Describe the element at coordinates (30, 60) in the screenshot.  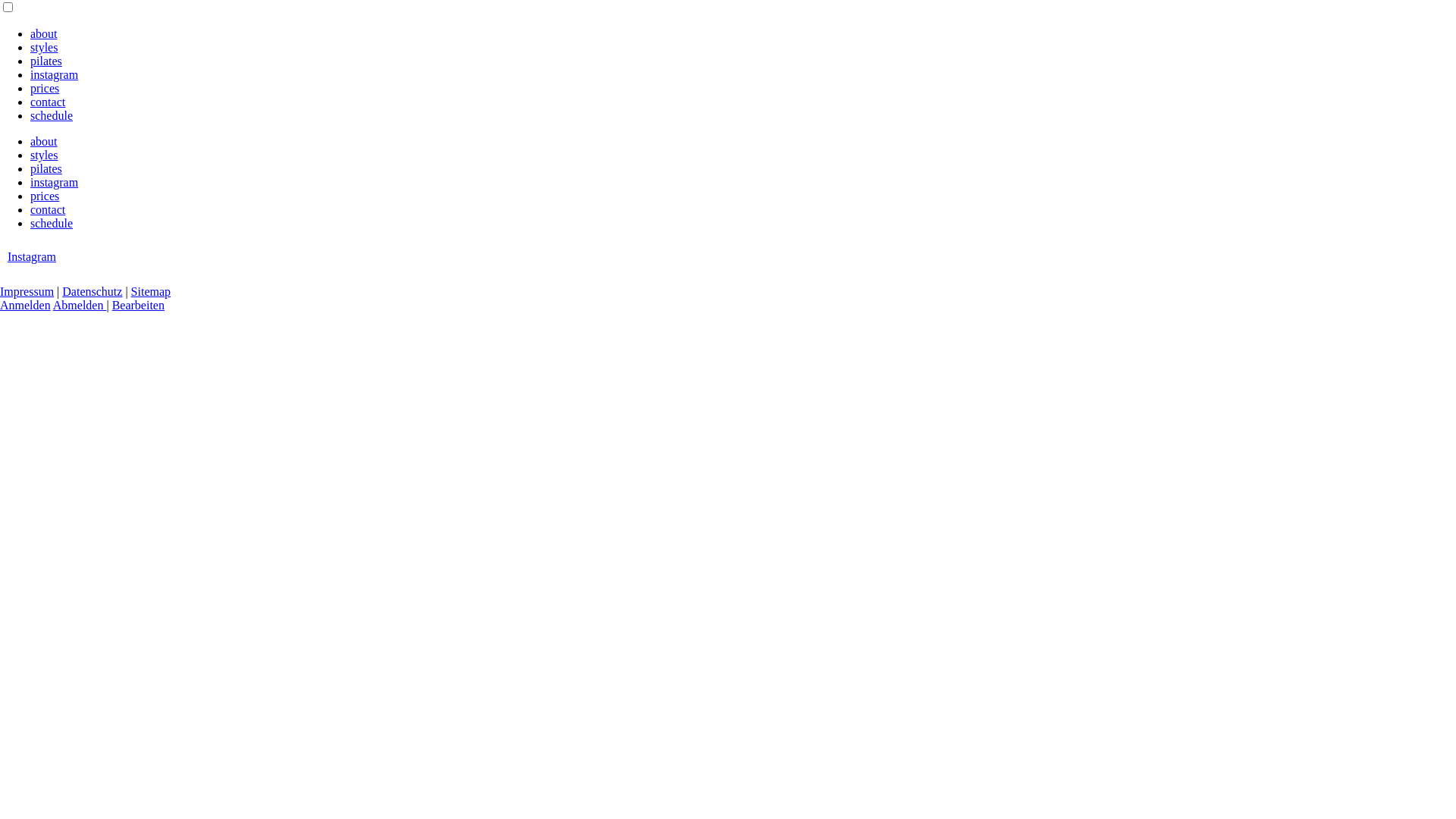
I see `'pilates'` at that location.